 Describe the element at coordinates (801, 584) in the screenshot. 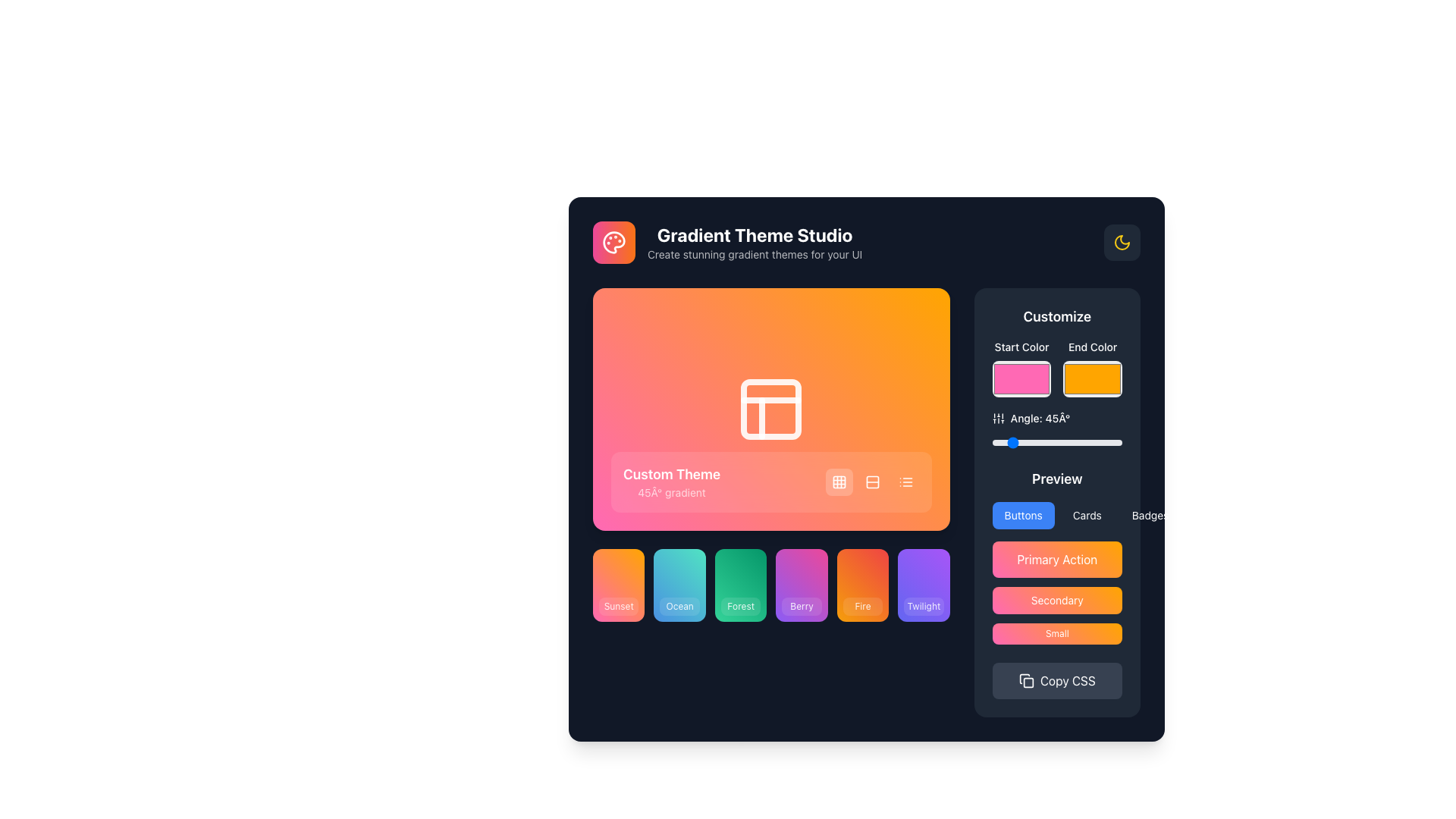

I see `the 'Berry' button using keyboard navigation` at that location.